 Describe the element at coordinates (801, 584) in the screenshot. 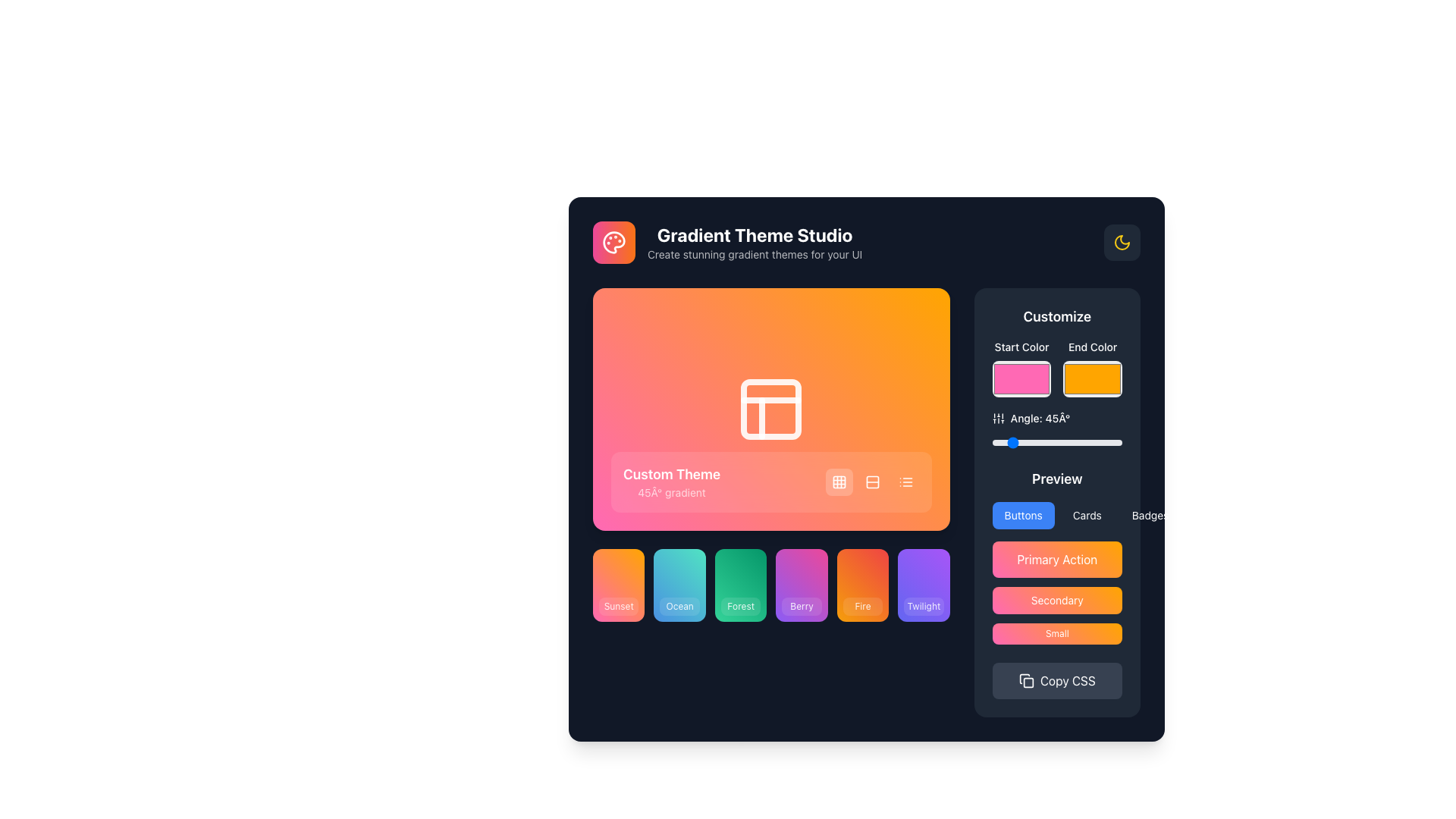

I see `the 'Berry' button using keyboard navigation` at that location.